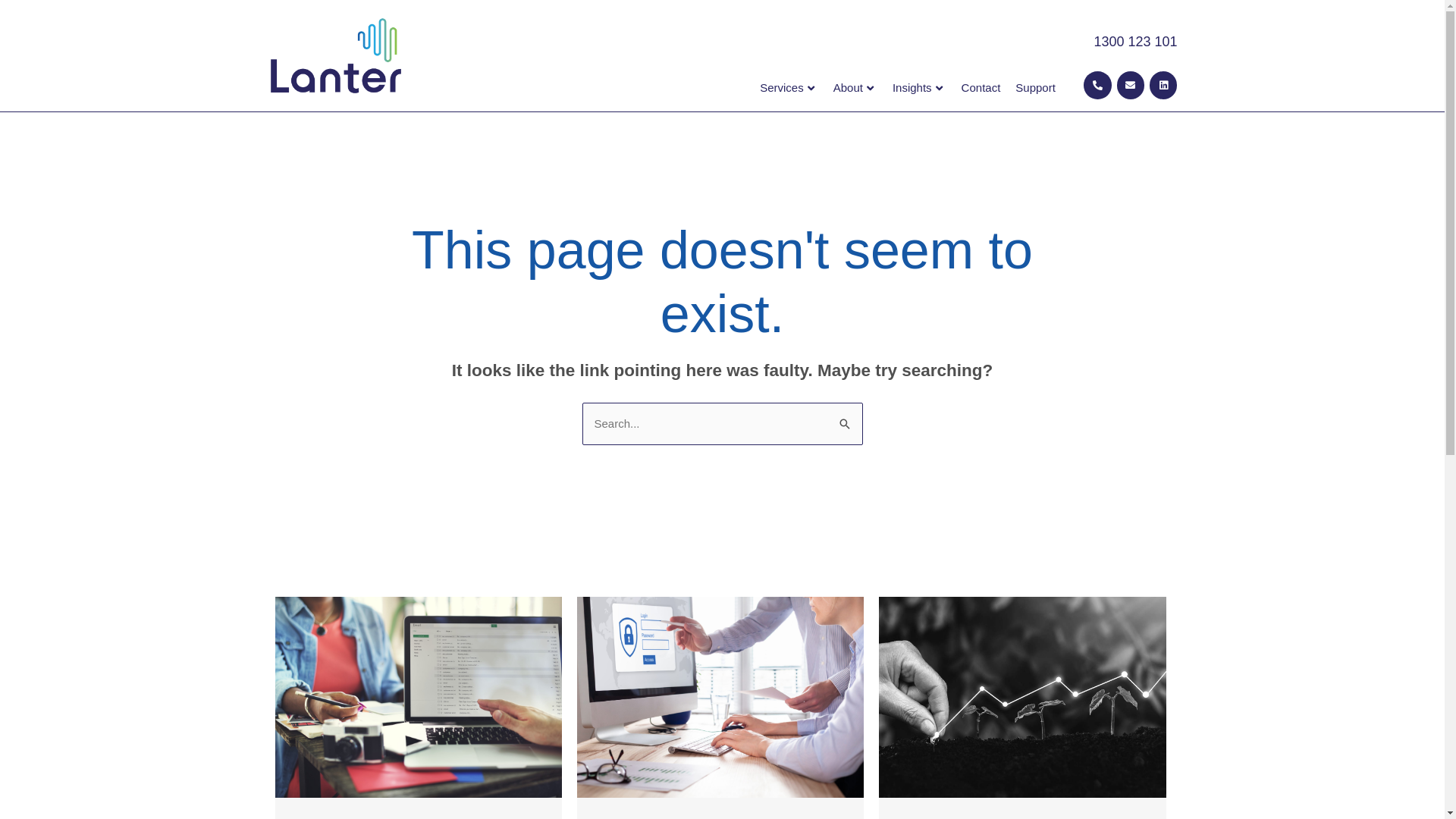 This screenshot has height=819, width=1456. What do you see at coordinates (1097, 84) in the screenshot?
I see `'Phone-alt'` at bounding box center [1097, 84].